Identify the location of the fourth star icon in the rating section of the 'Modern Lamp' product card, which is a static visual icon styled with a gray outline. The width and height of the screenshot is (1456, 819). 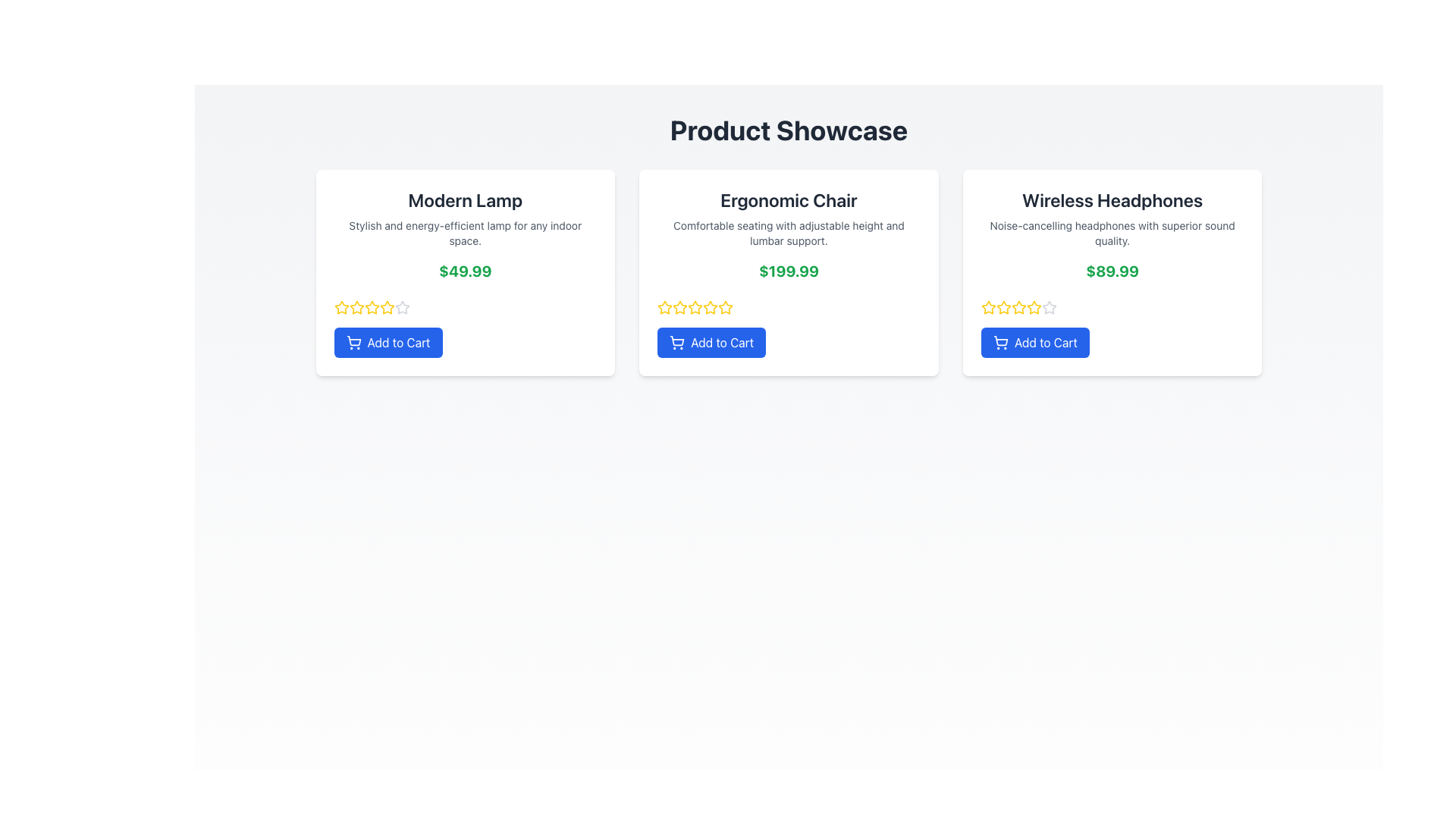
(402, 307).